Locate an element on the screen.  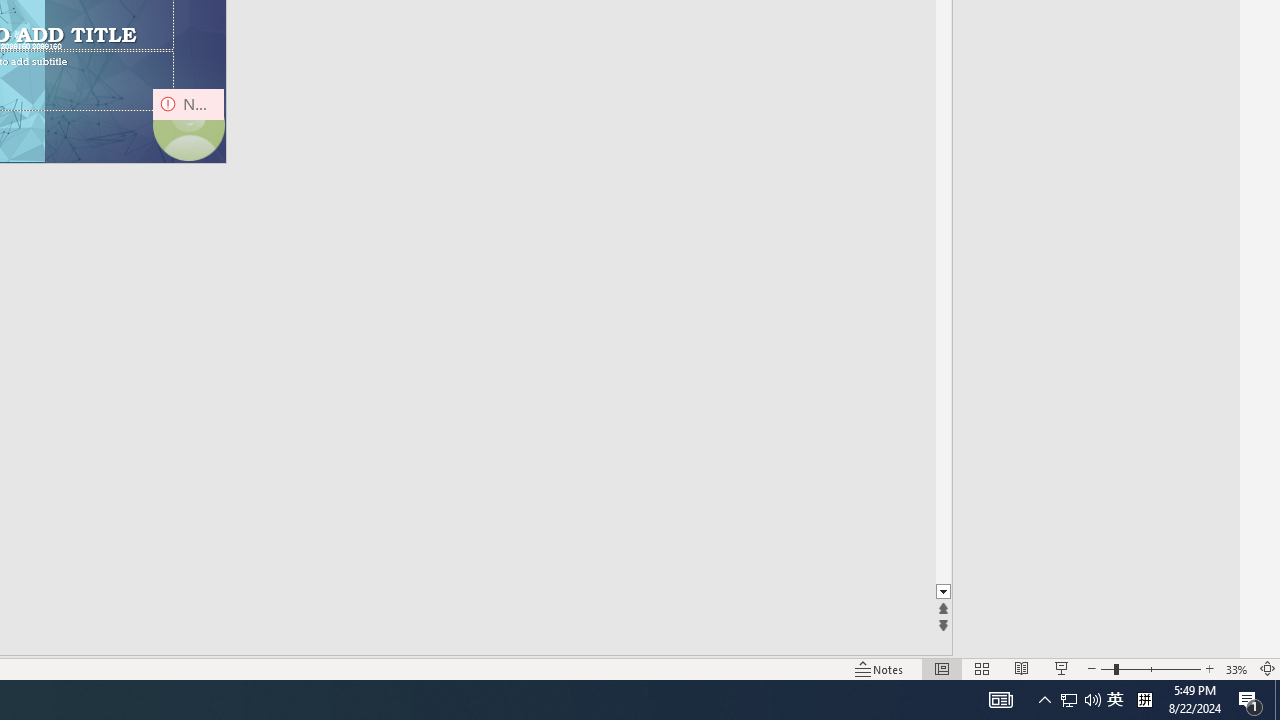
'Camera 16, No camera detected.' is located at coordinates (188, 124).